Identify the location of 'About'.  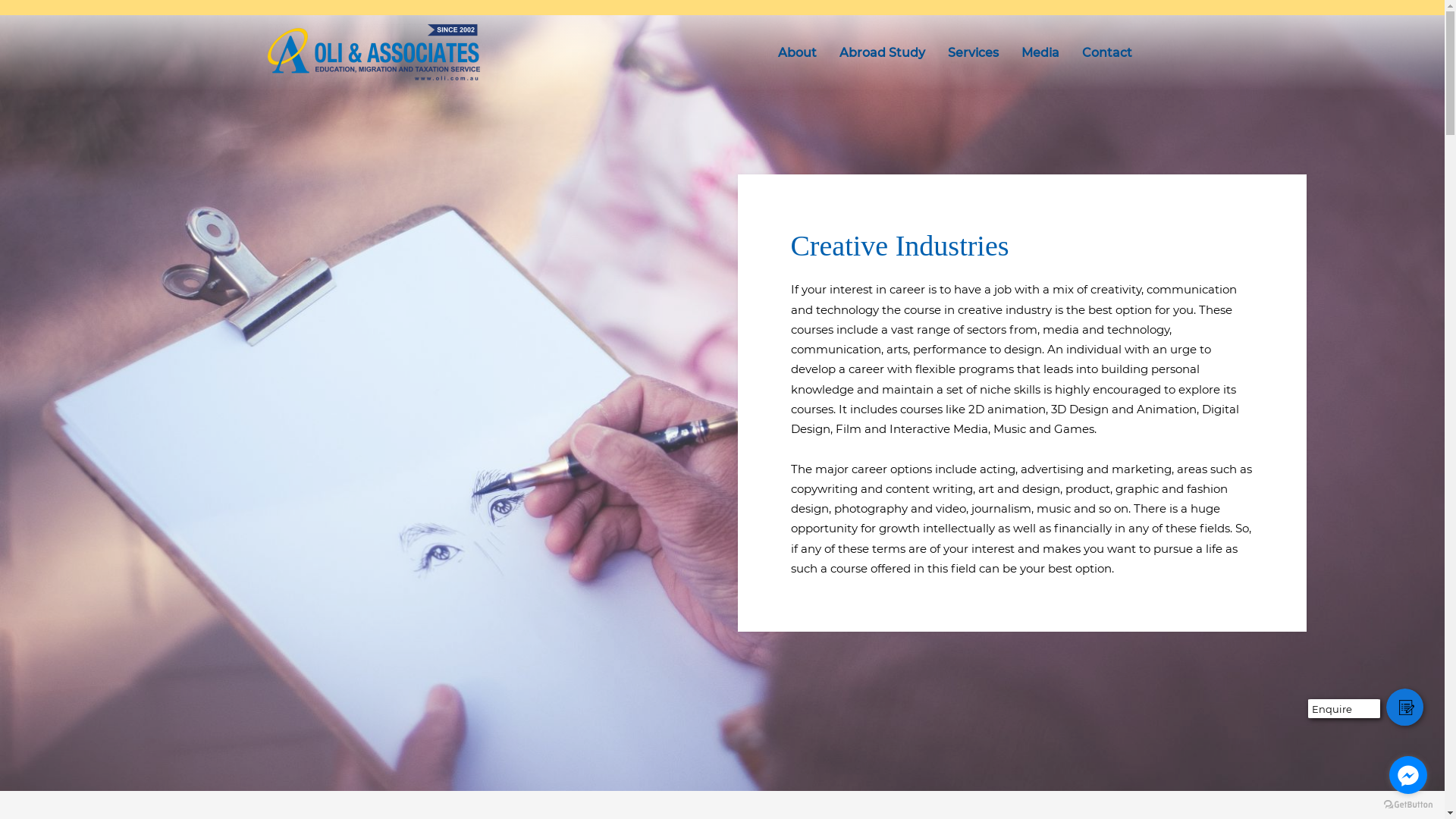
(765, 52).